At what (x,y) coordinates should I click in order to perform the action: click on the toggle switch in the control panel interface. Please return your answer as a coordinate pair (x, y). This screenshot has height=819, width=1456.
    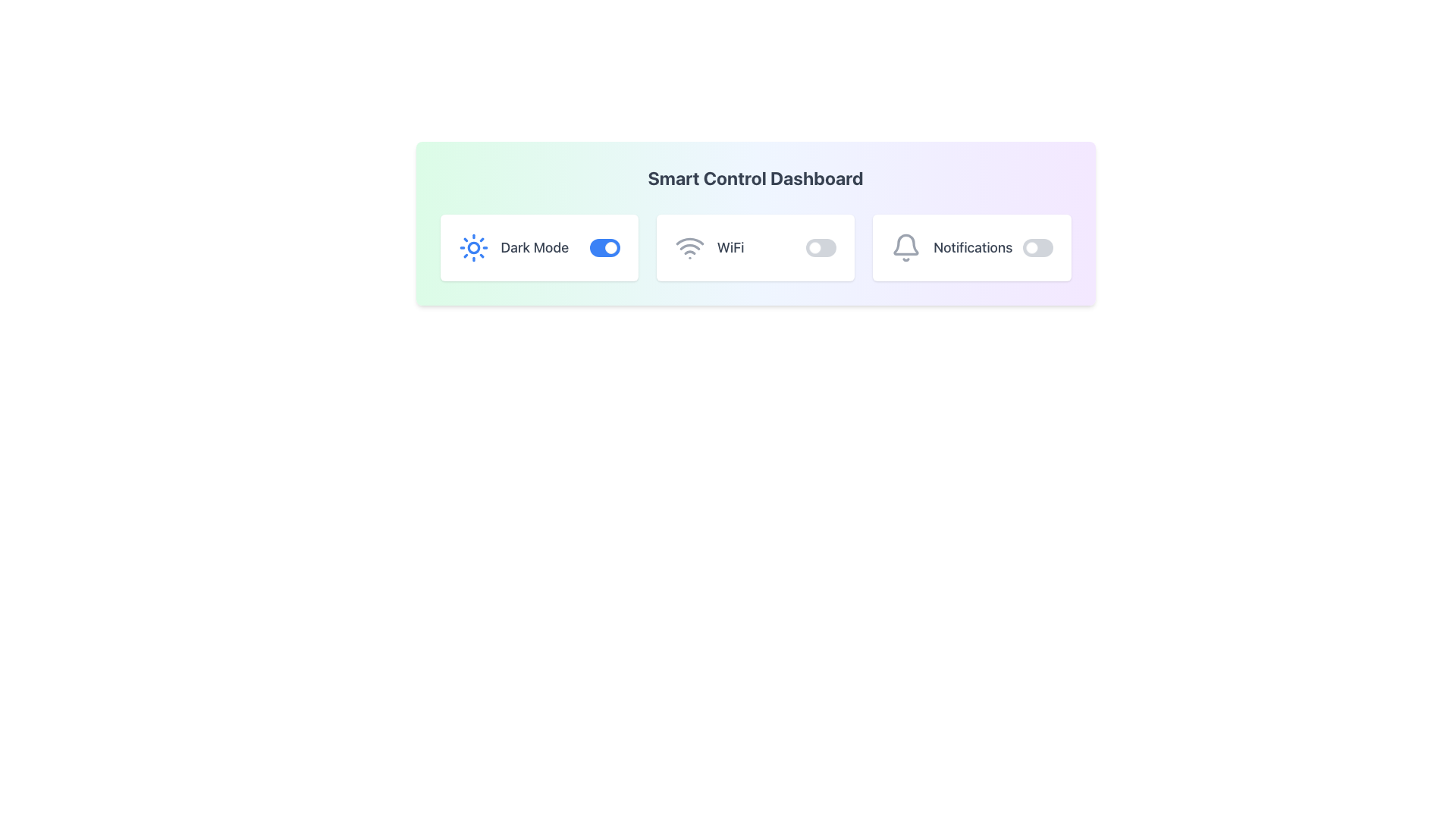
    Looking at the image, I should click on (755, 223).